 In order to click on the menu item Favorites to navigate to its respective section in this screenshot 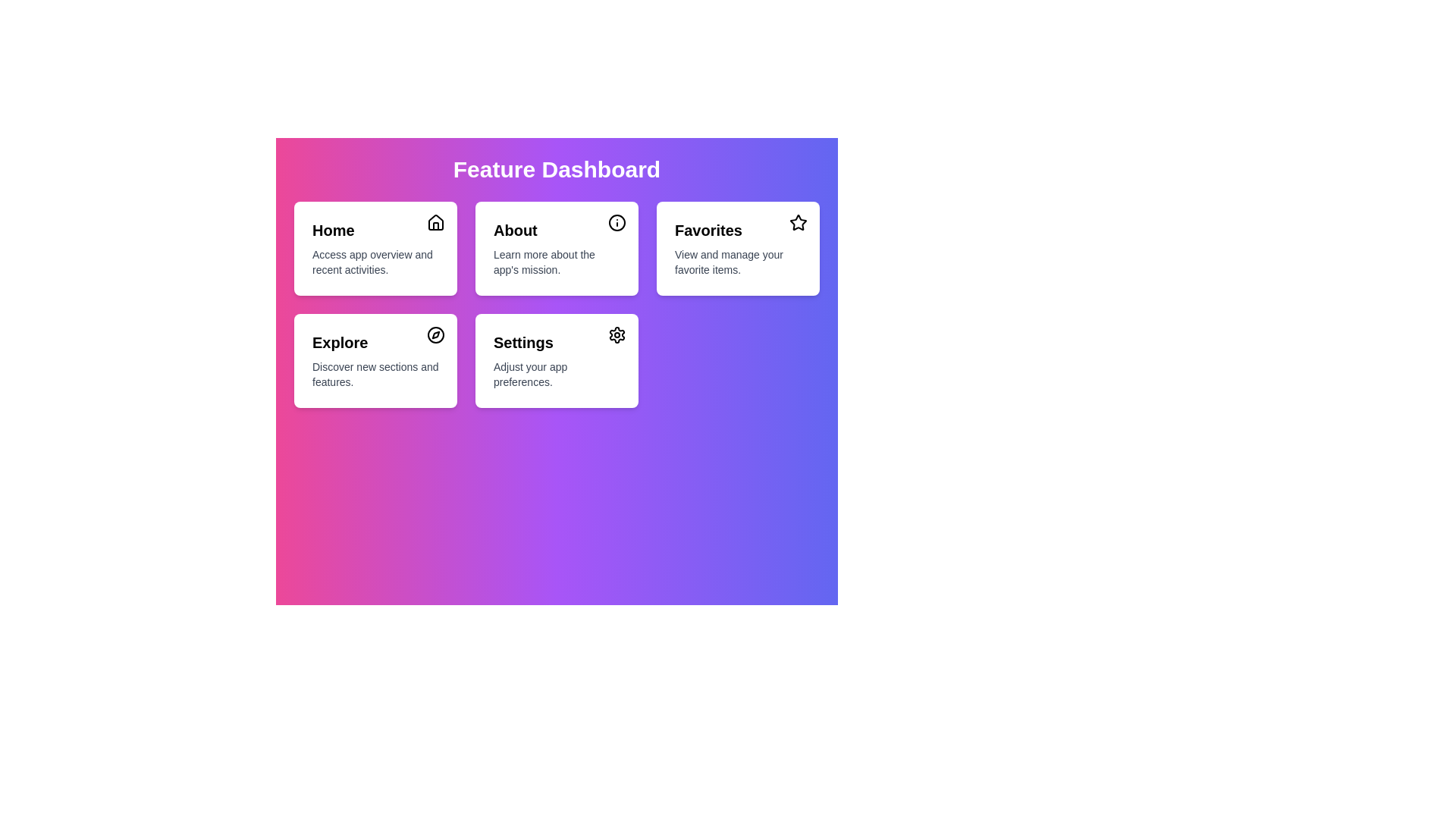, I will do `click(738, 247)`.